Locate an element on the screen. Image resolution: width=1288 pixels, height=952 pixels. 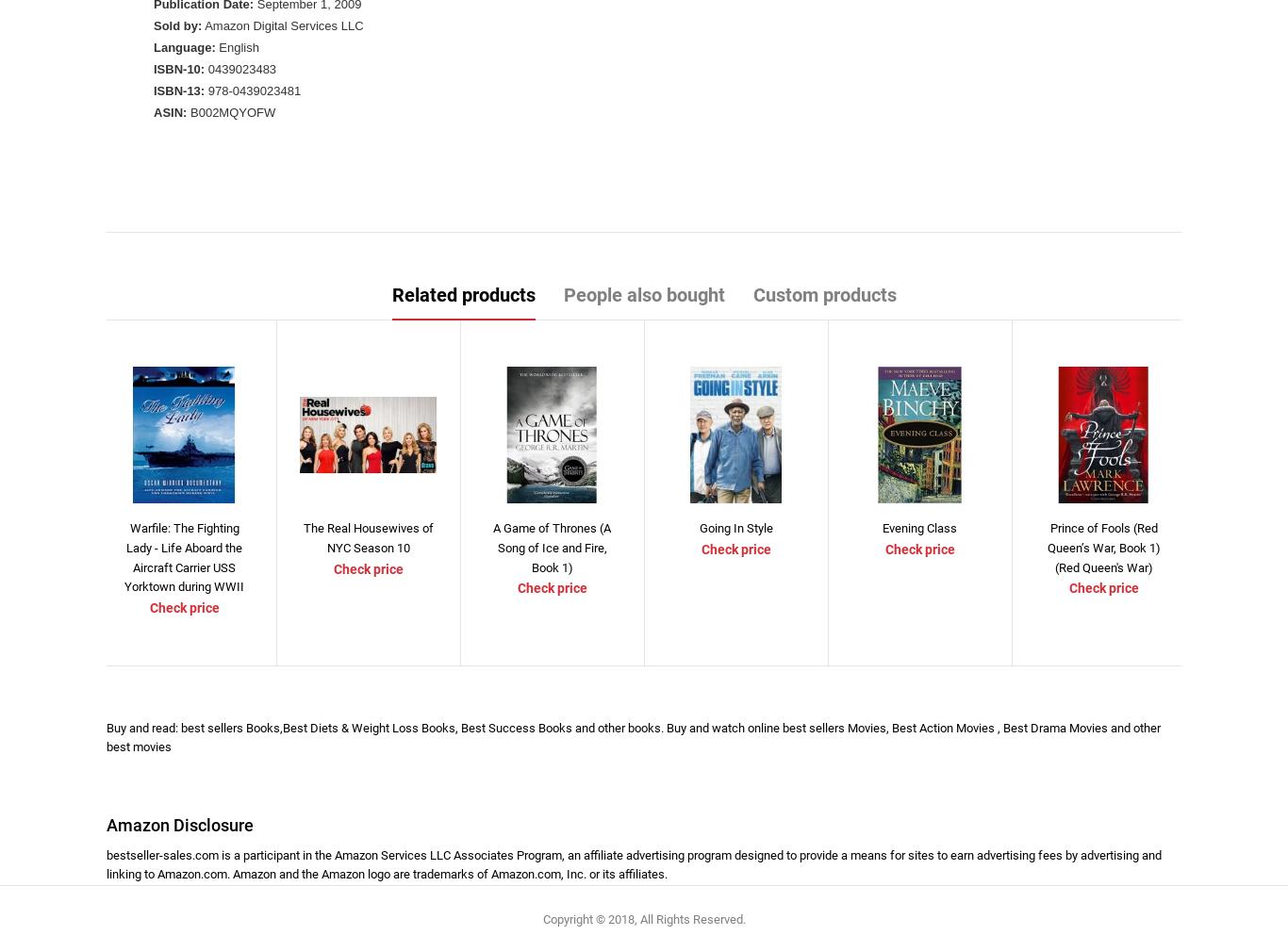
'Going In Style' is located at coordinates (735, 527).